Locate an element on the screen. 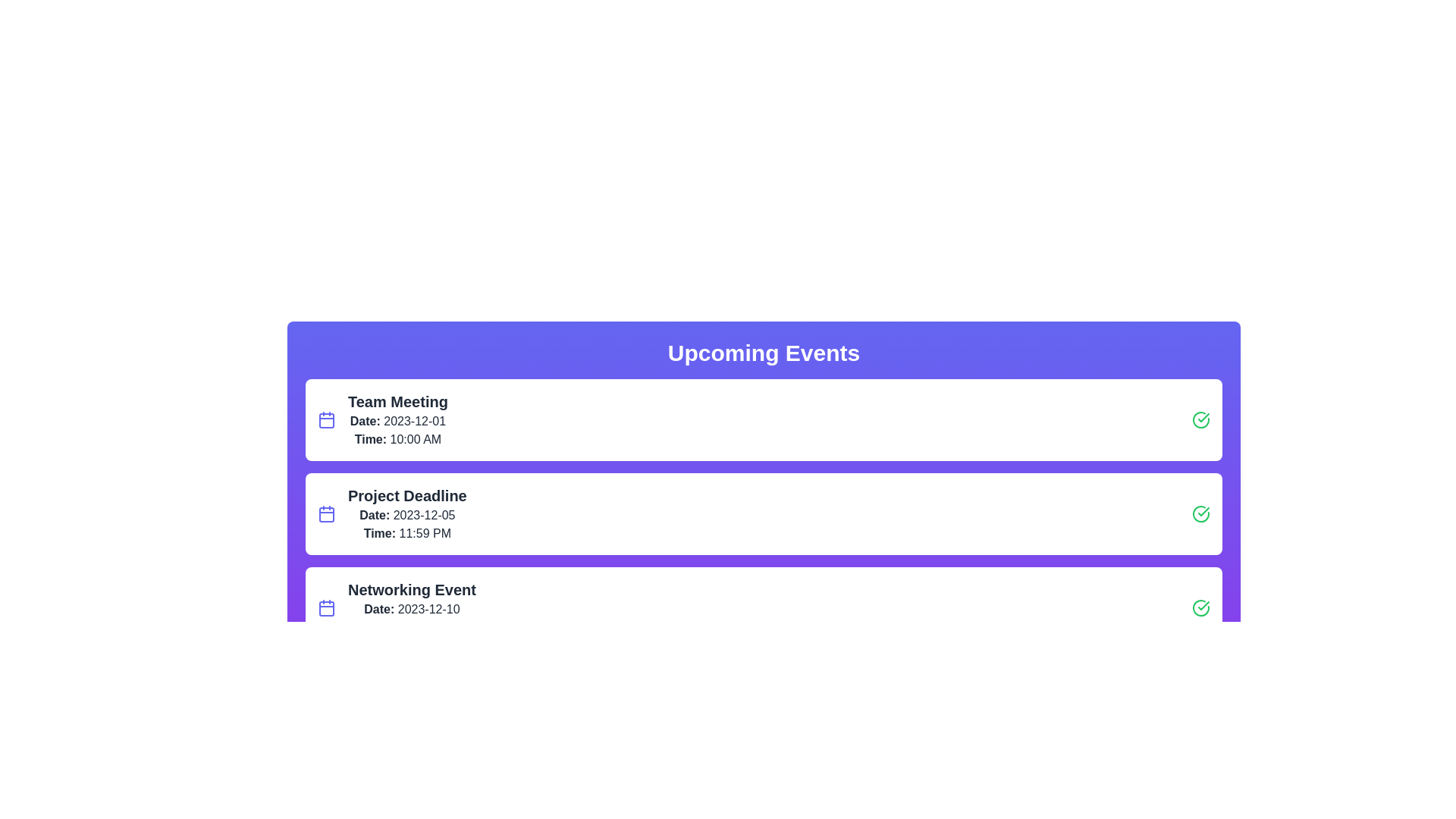 The width and height of the screenshot is (1456, 819). the calendar icon segment in the third row associated with 'Networking Event' is located at coordinates (326, 607).